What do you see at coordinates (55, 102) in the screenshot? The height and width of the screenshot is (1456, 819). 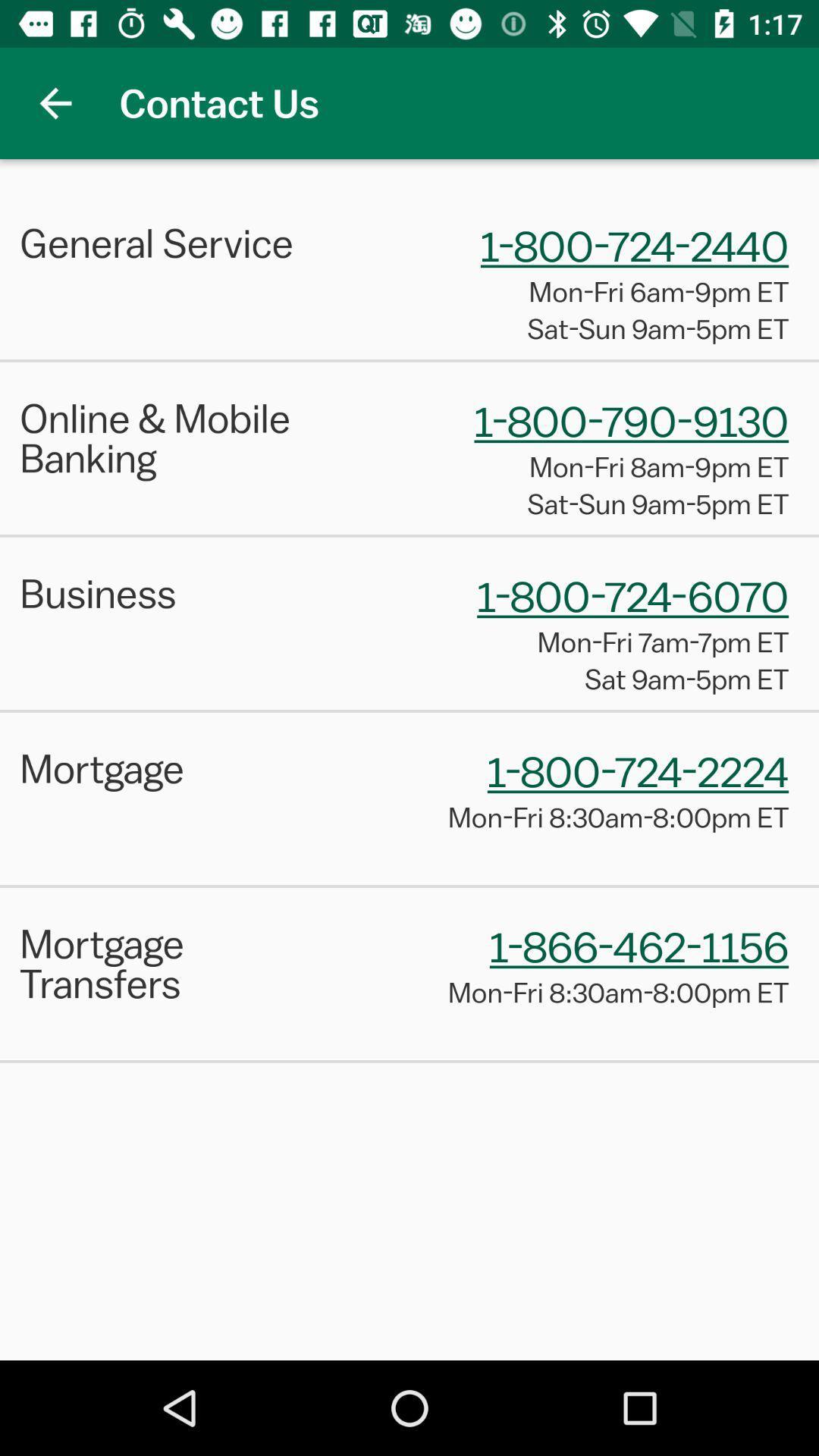 I see `app to the left of the contact us app` at bounding box center [55, 102].